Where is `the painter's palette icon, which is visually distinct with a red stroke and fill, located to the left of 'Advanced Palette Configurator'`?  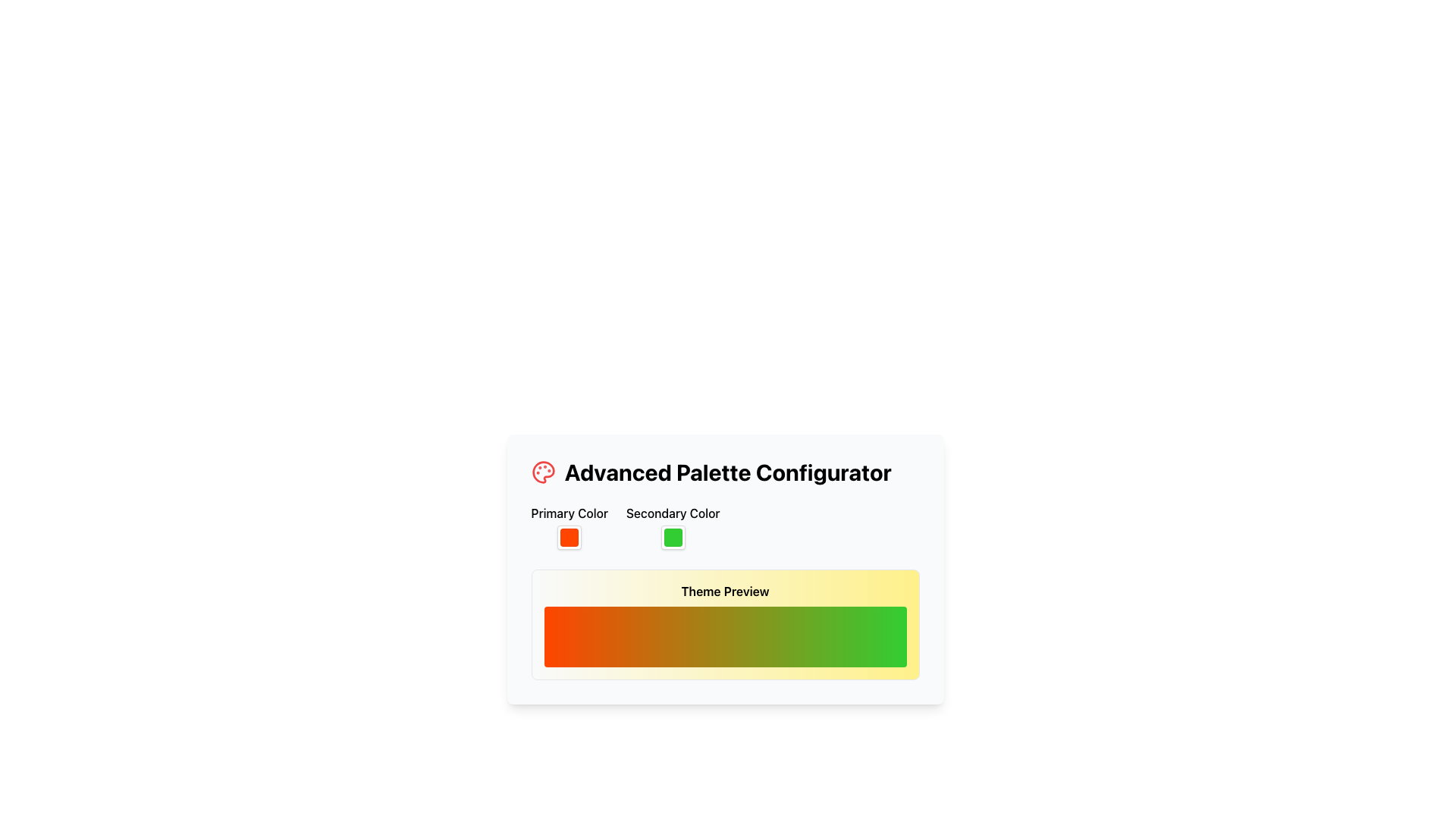 the painter's palette icon, which is visually distinct with a red stroke and fill, located to the left of 'Advanced Palette Configurator' is located at coordinates (543, 472).